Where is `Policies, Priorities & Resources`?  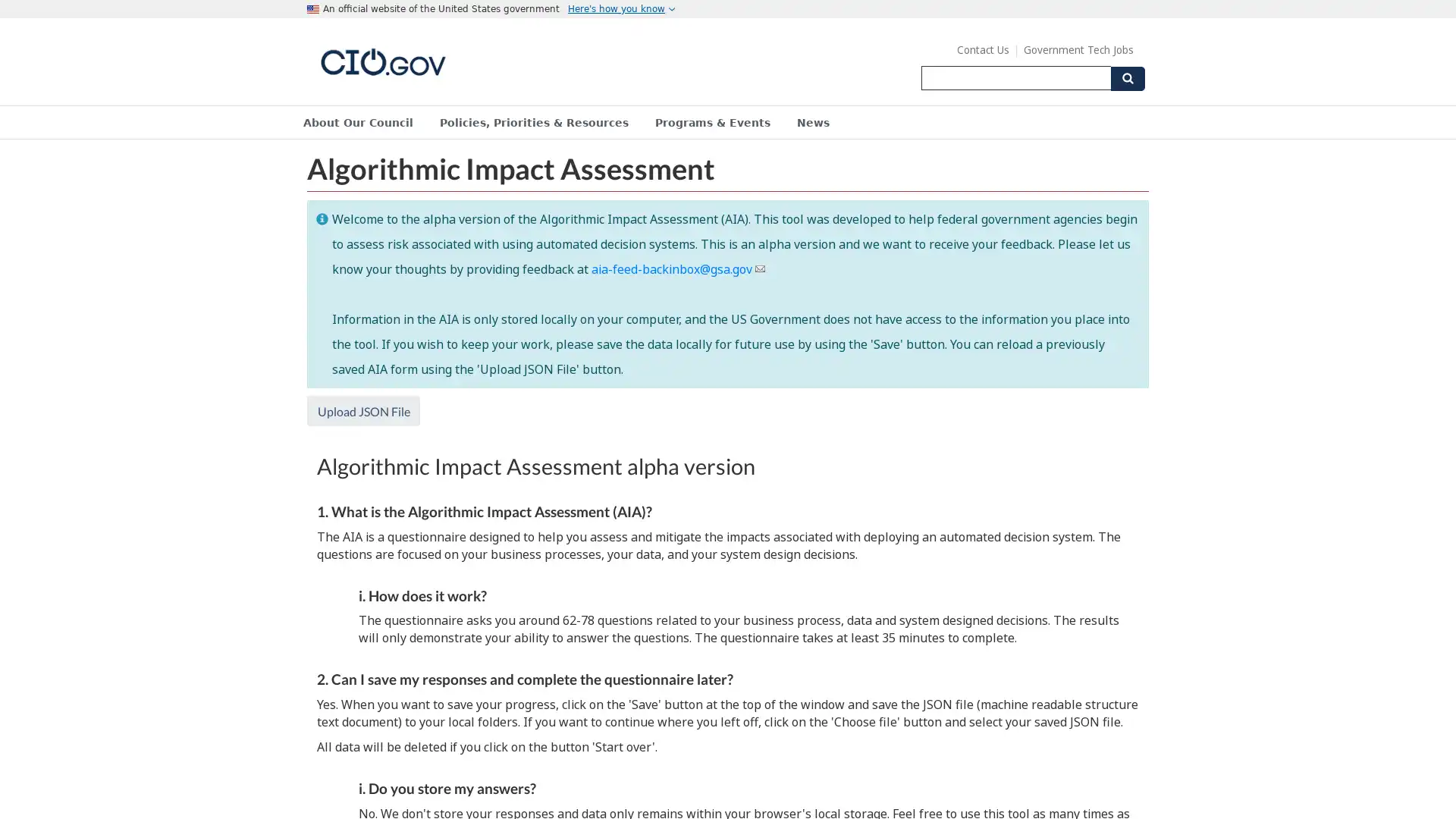 Policies, Priorities & Resources is located at coordinates (522, 121).